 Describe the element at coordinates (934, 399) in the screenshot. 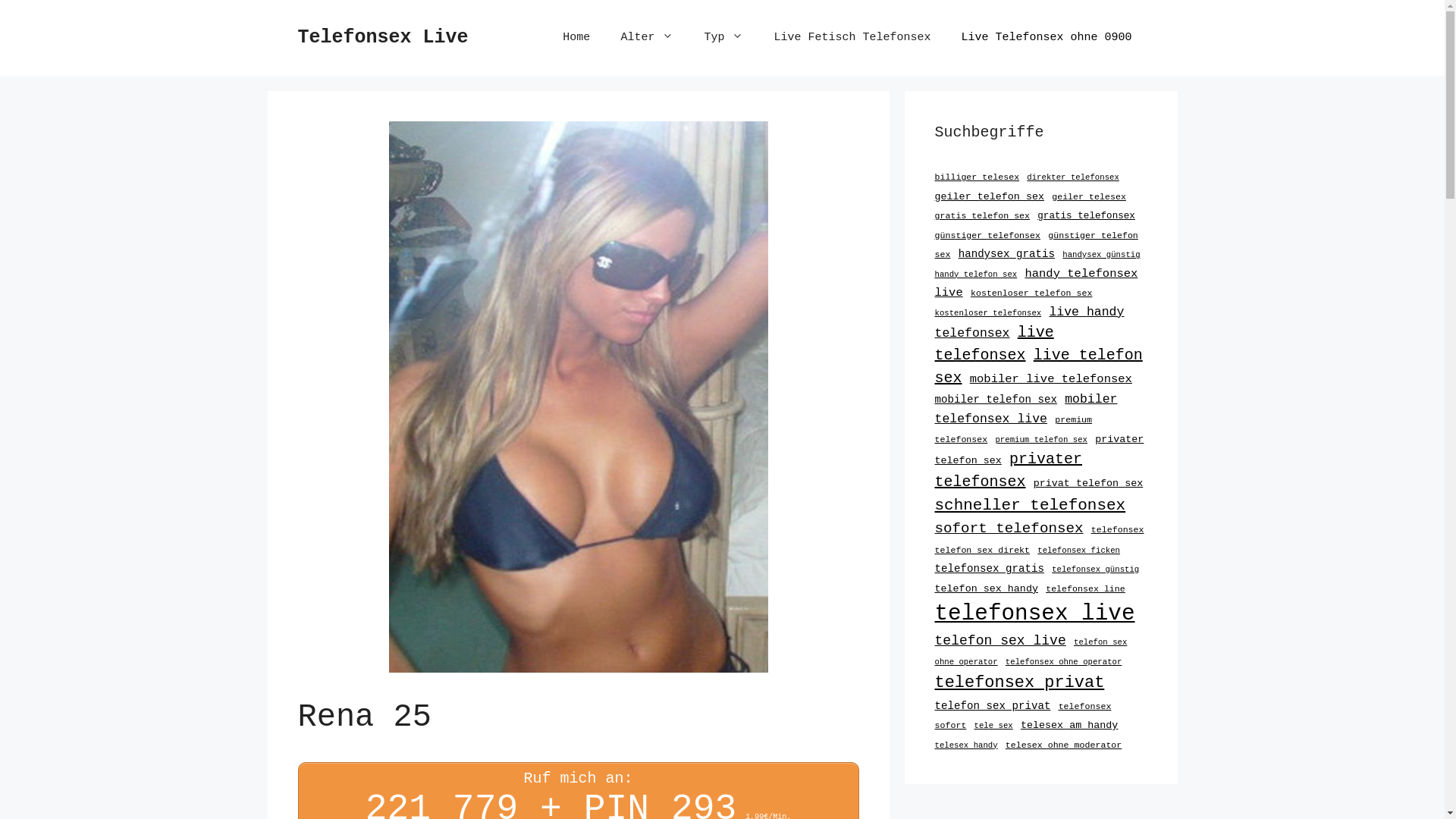

I see `'mobiler telefon sex'` at that location.